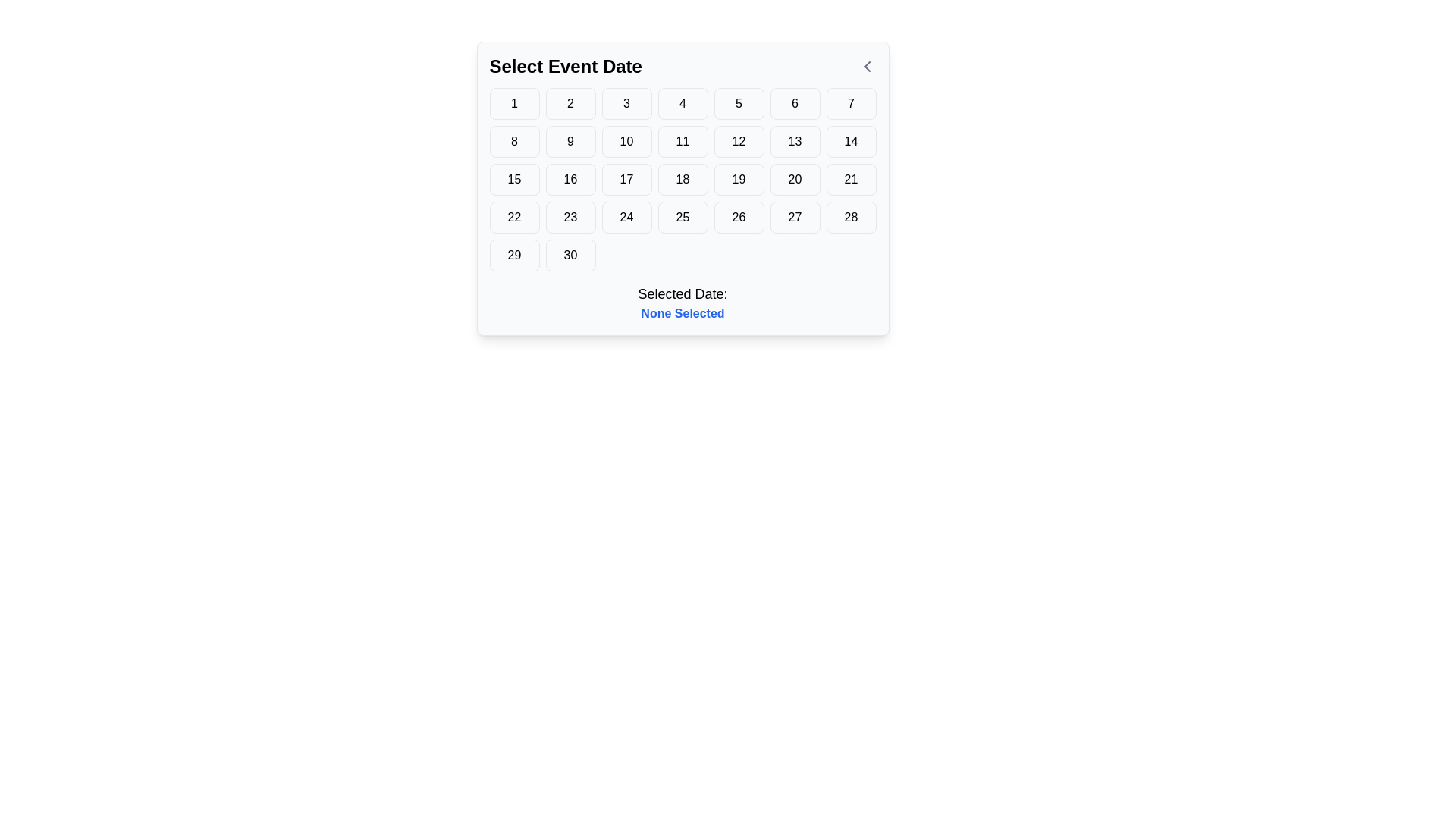 This screenshot has height=819, width=1456. I want to click on the button, so click(794, 217).